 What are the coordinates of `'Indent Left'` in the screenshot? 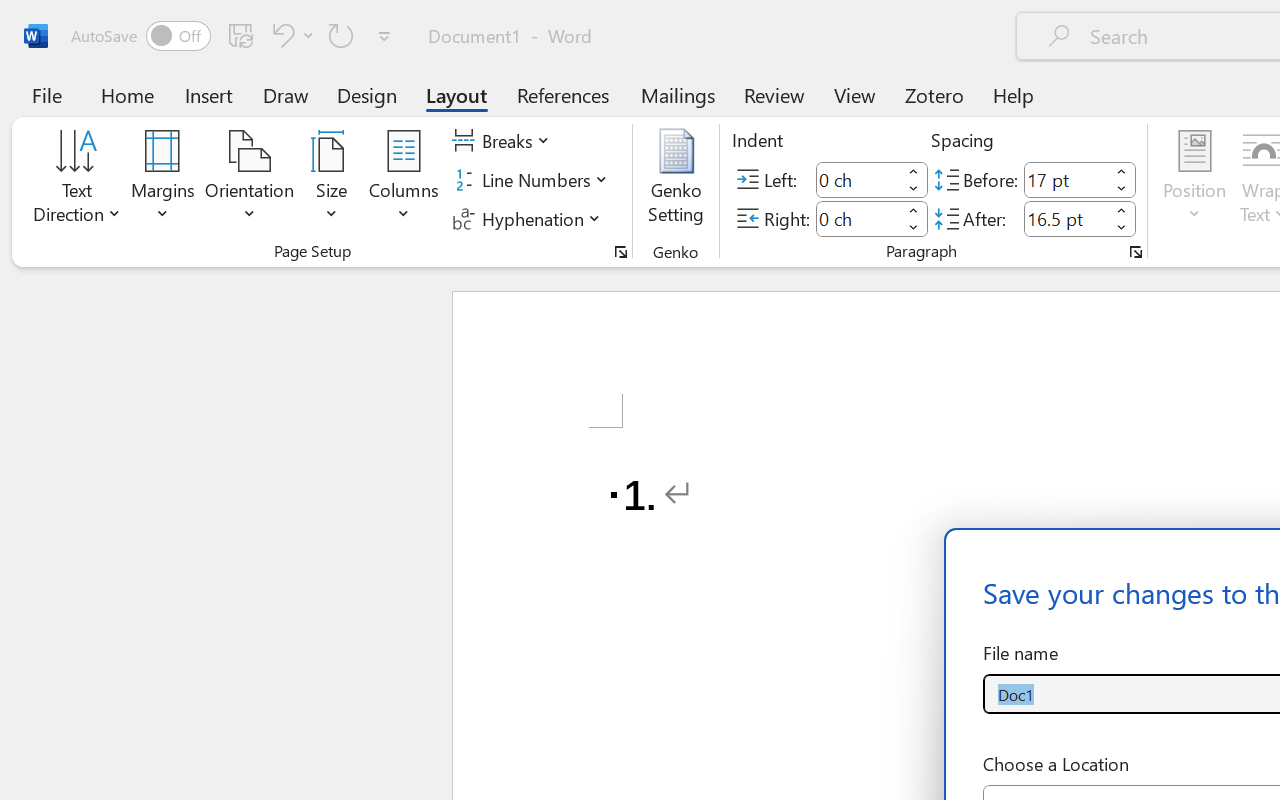 It's located at (858, 178).